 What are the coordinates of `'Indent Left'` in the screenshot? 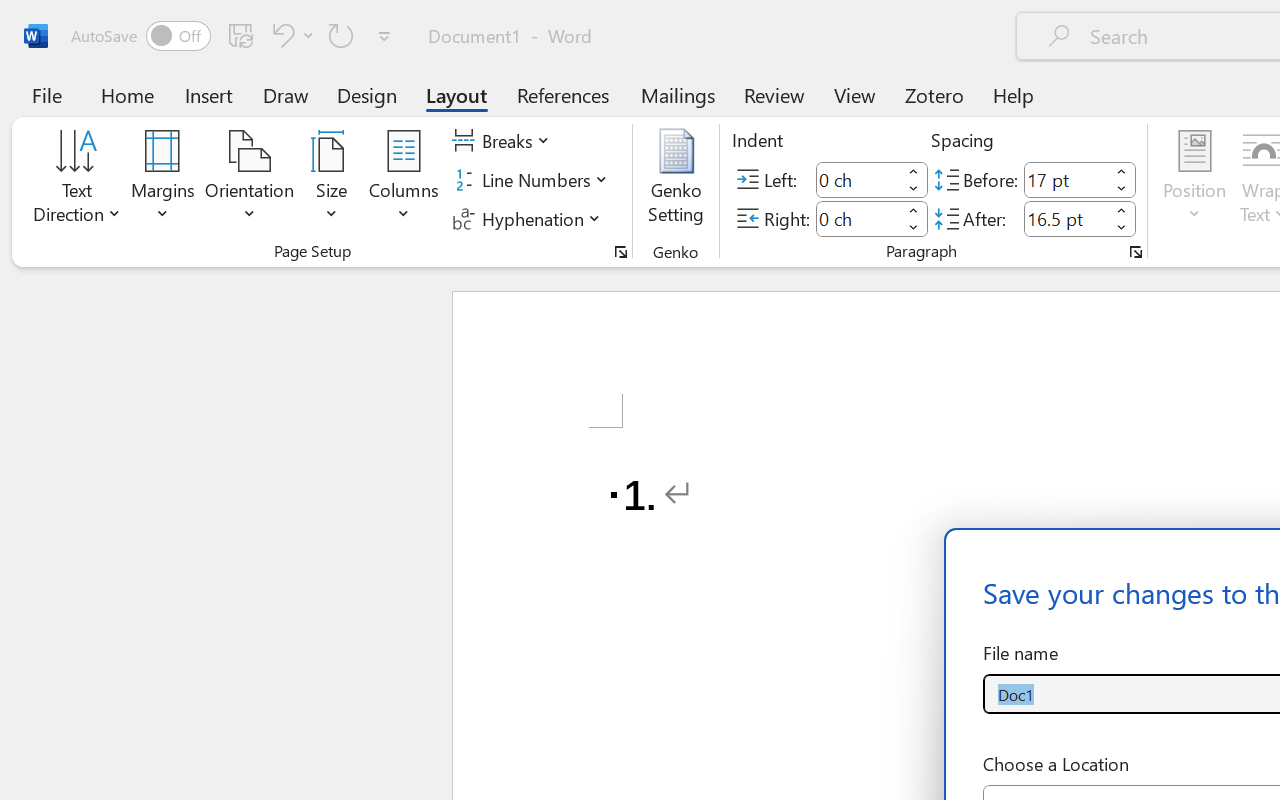 It's located at (858, 178).